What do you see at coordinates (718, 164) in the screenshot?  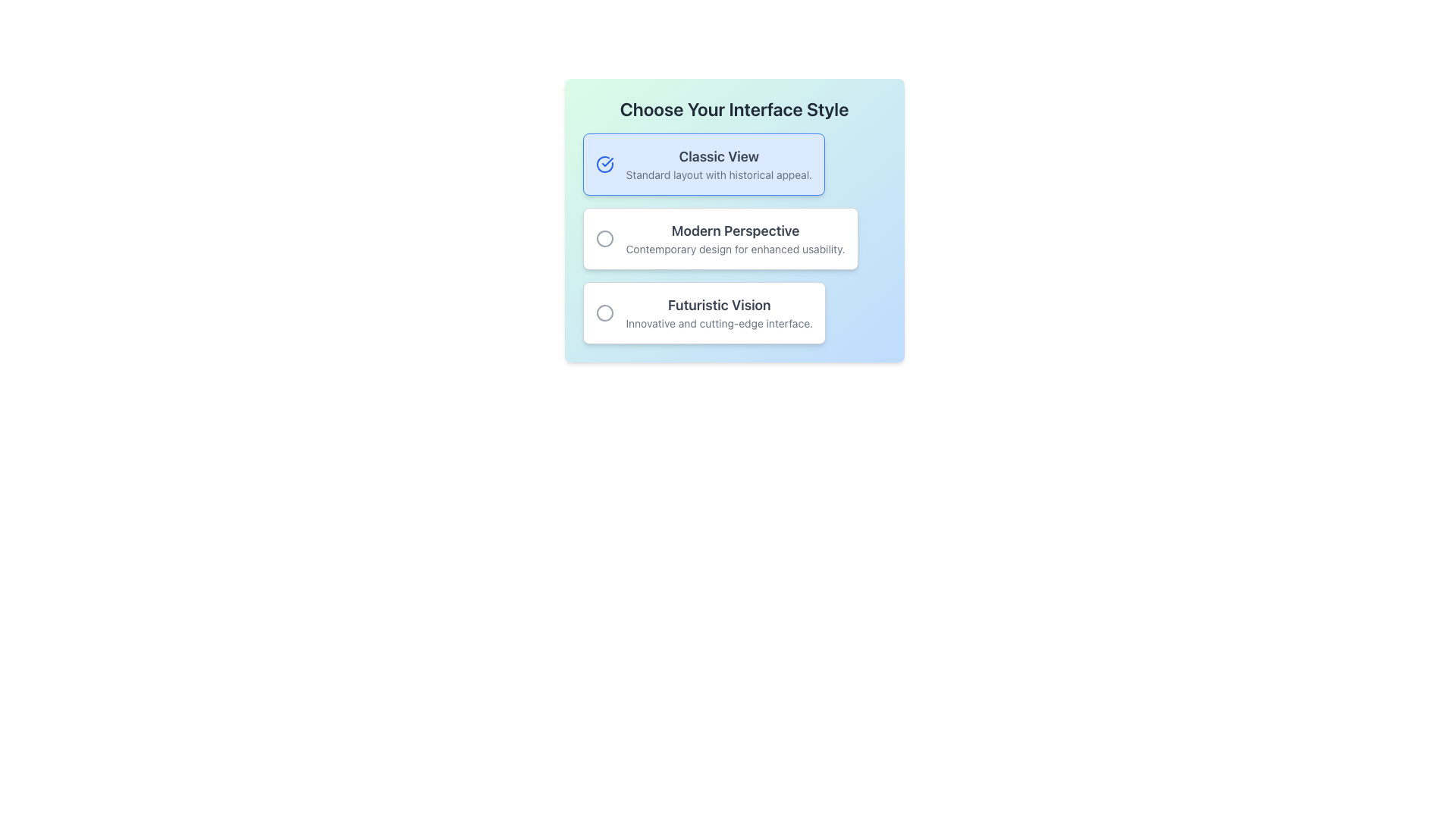 I see `the Text Block that describes the layout option titled 'Choose Your Interface Style'` at bounding box center [718, 164].